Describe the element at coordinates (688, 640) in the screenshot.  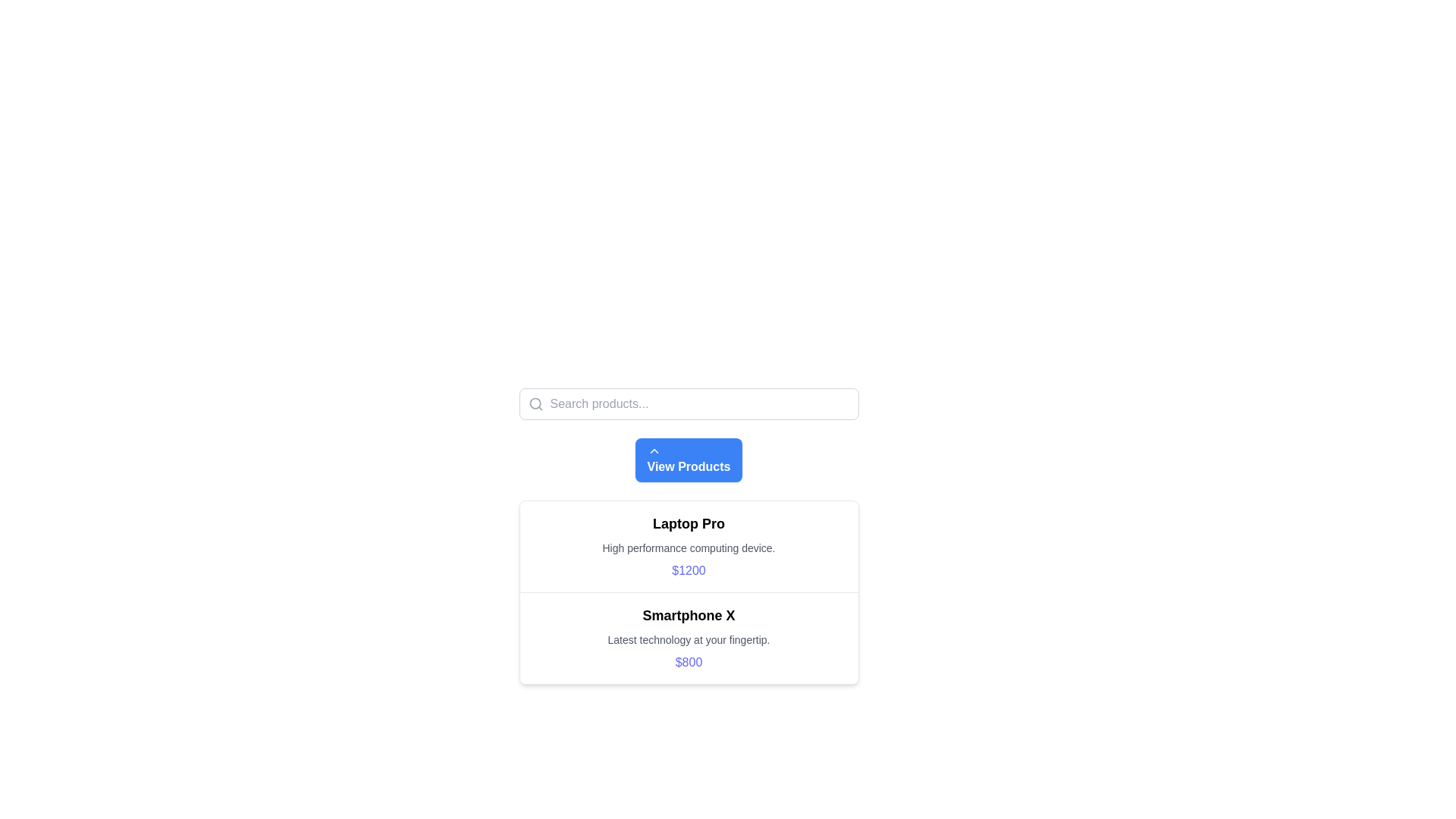
I see `the text element styled in a small, gray-colored font that states 'Latest technology at your fingertip.', located below 'Smartphone X' and above '$800' in the product card layout` at that location.